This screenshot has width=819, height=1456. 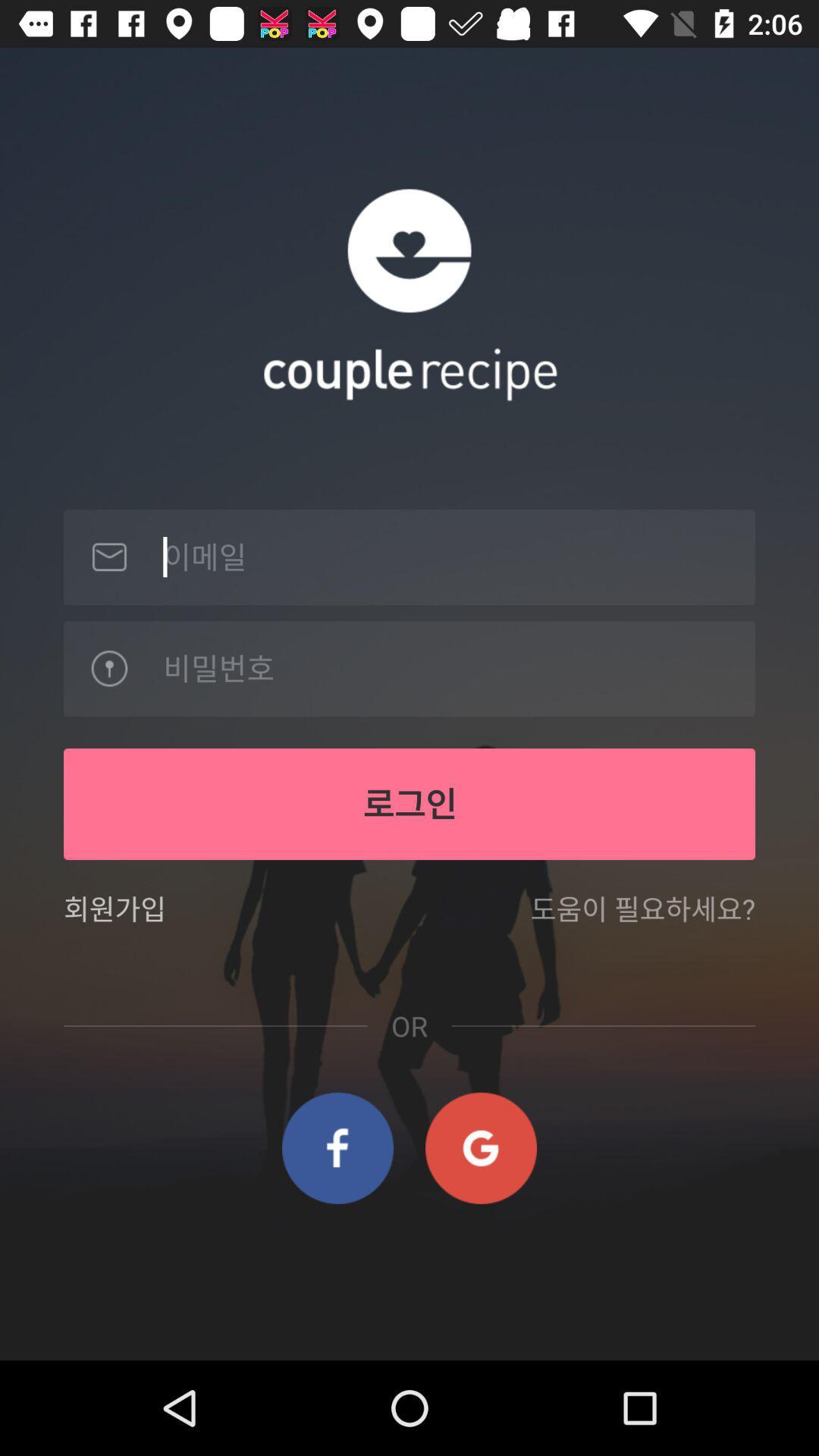 I want to click on item on the left, so click(x=114, y=918).